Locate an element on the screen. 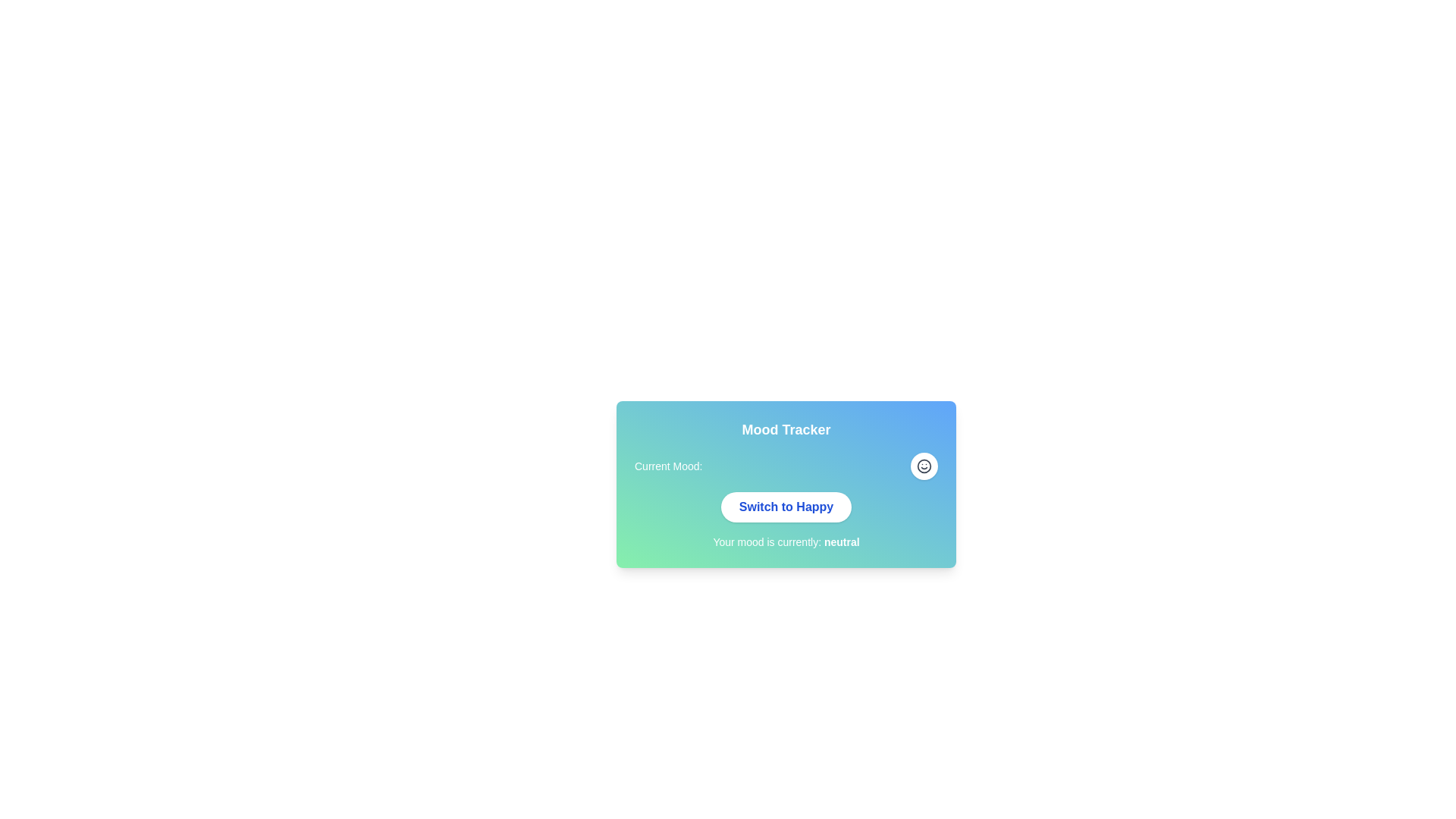 The image size is (1456, 819). the static text label displaying the word 'neutral' which is styled in white against a gradient background and is part of the sentence 'Your mood is currently: neutral' is located at coordinates (841, 541).